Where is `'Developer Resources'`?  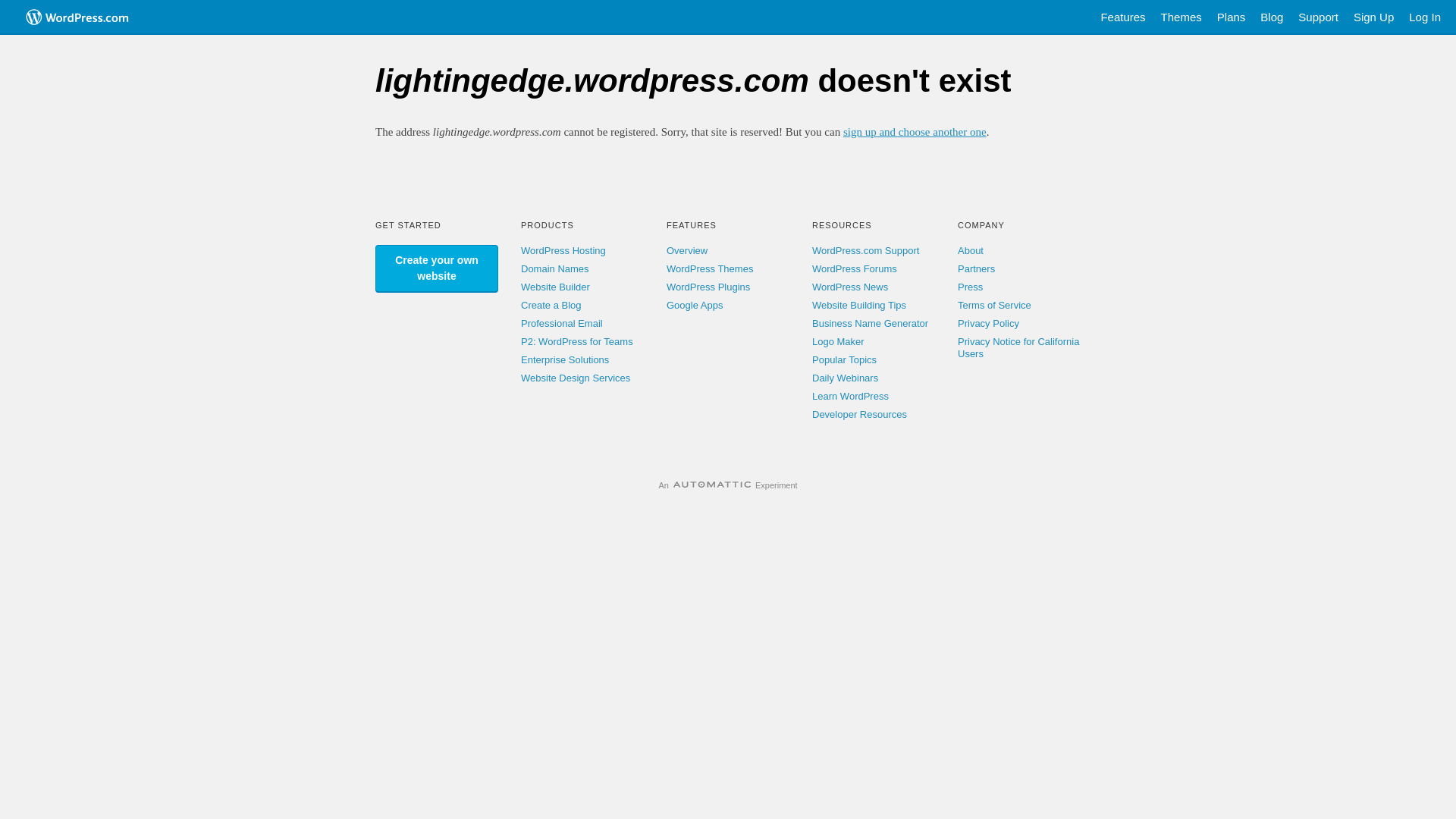
'Developer Resources' is located at coordinates (859, 414).